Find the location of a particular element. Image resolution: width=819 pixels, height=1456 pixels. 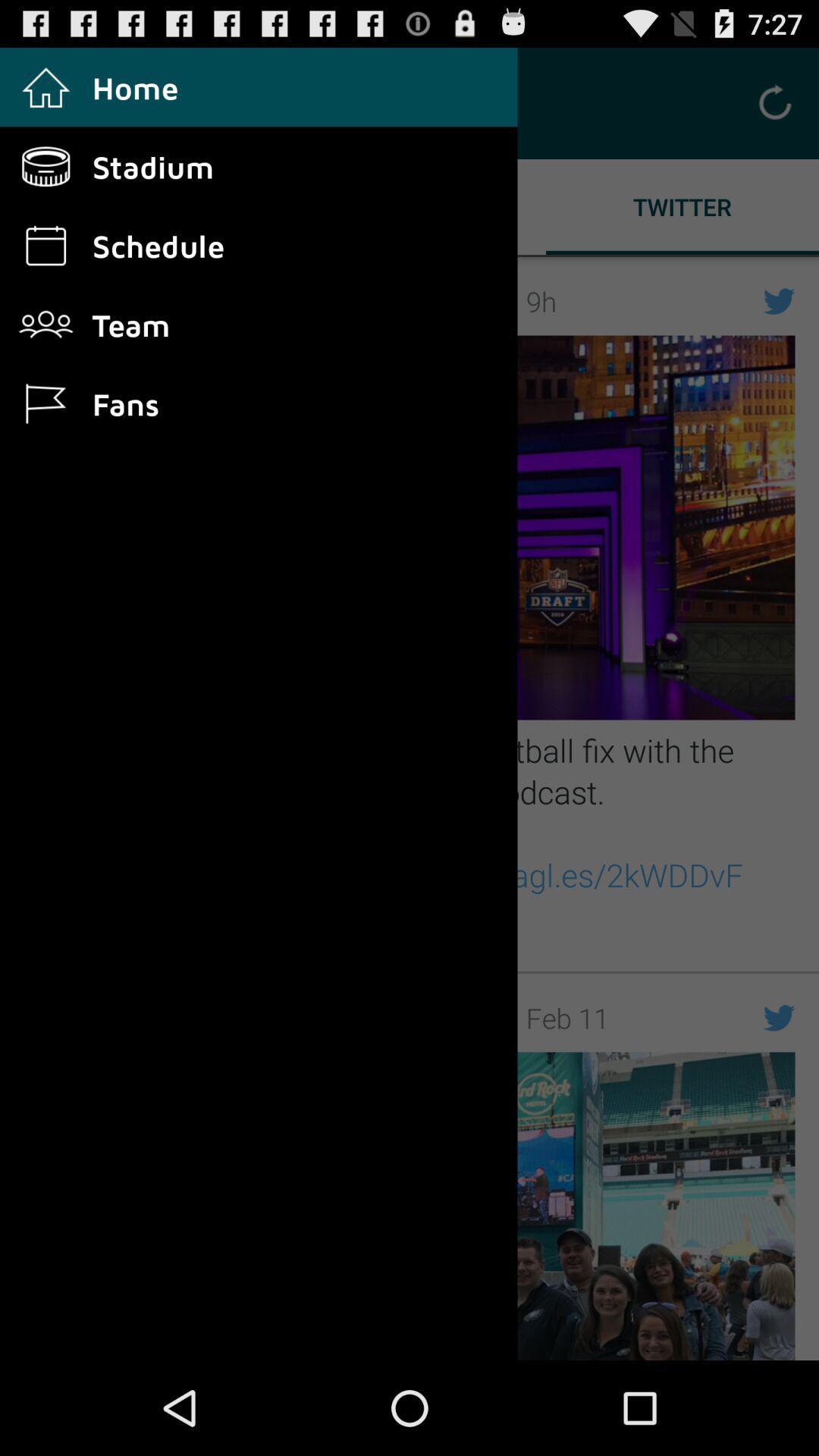

the icon beside team is located at coordinates (58, 324).